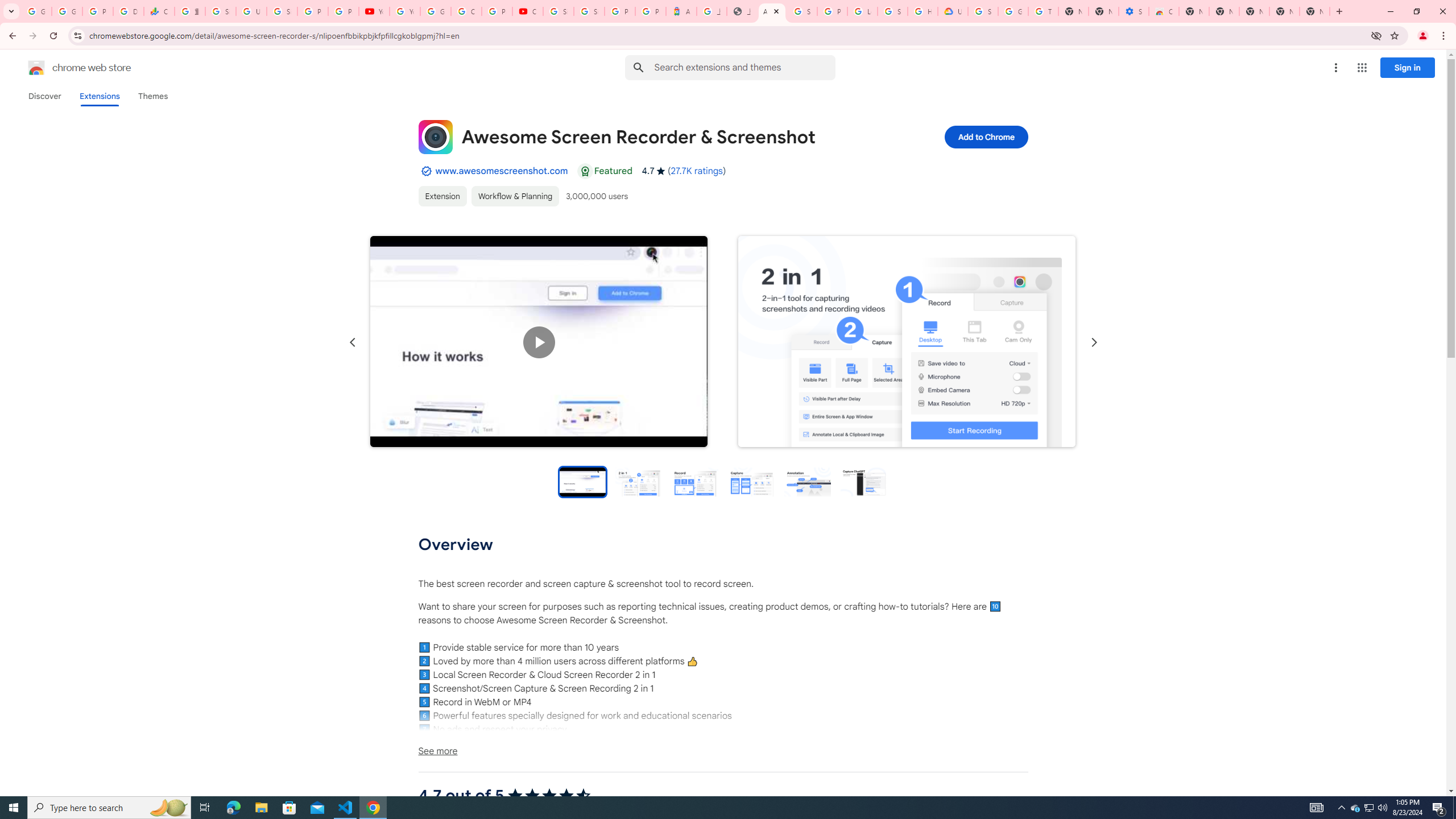  What do you see at coordinates (442, 196) in the screenshot?
I see `'Extension'` at bounding box center [442, 196].